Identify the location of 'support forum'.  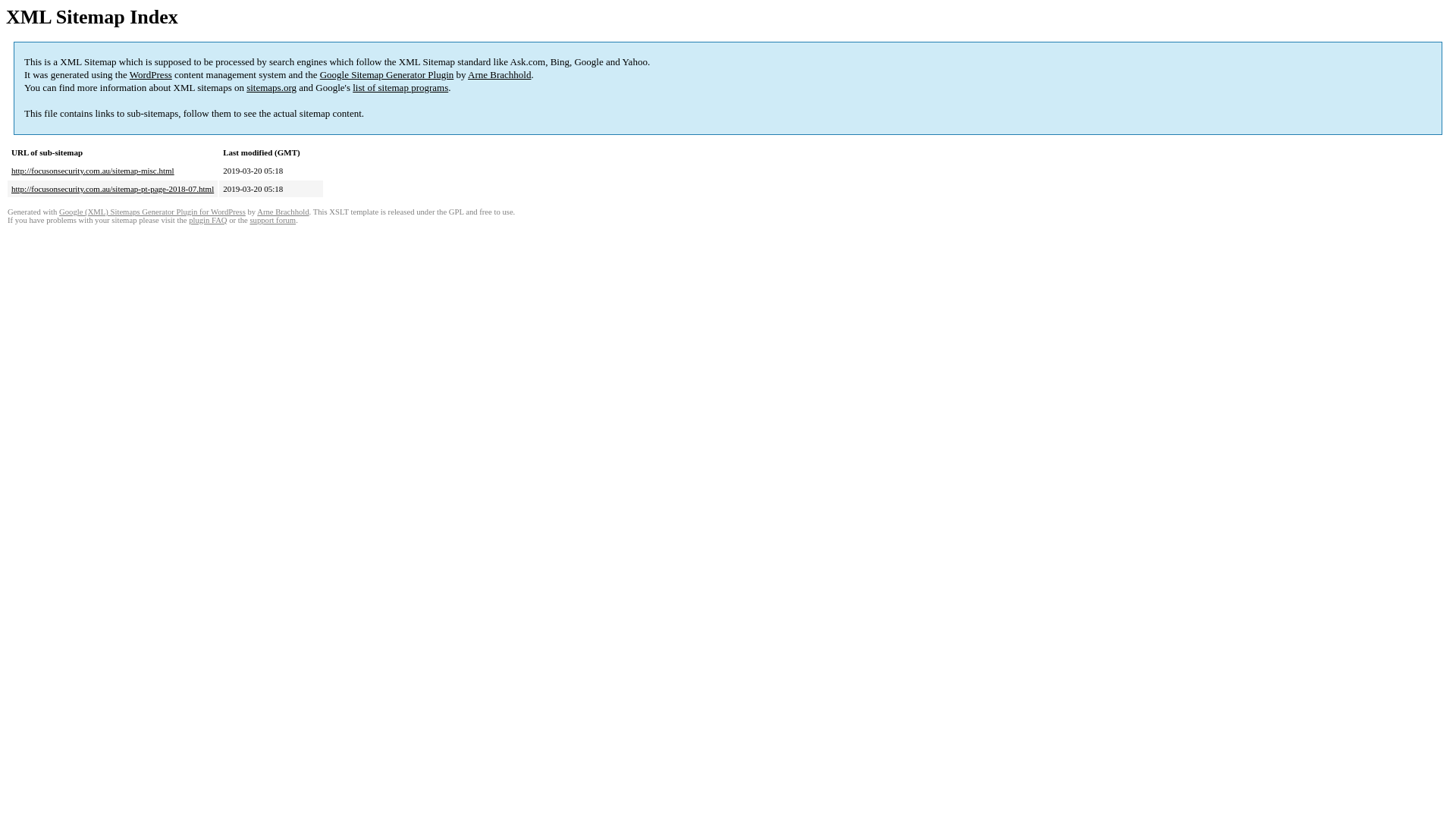
(272, 220).